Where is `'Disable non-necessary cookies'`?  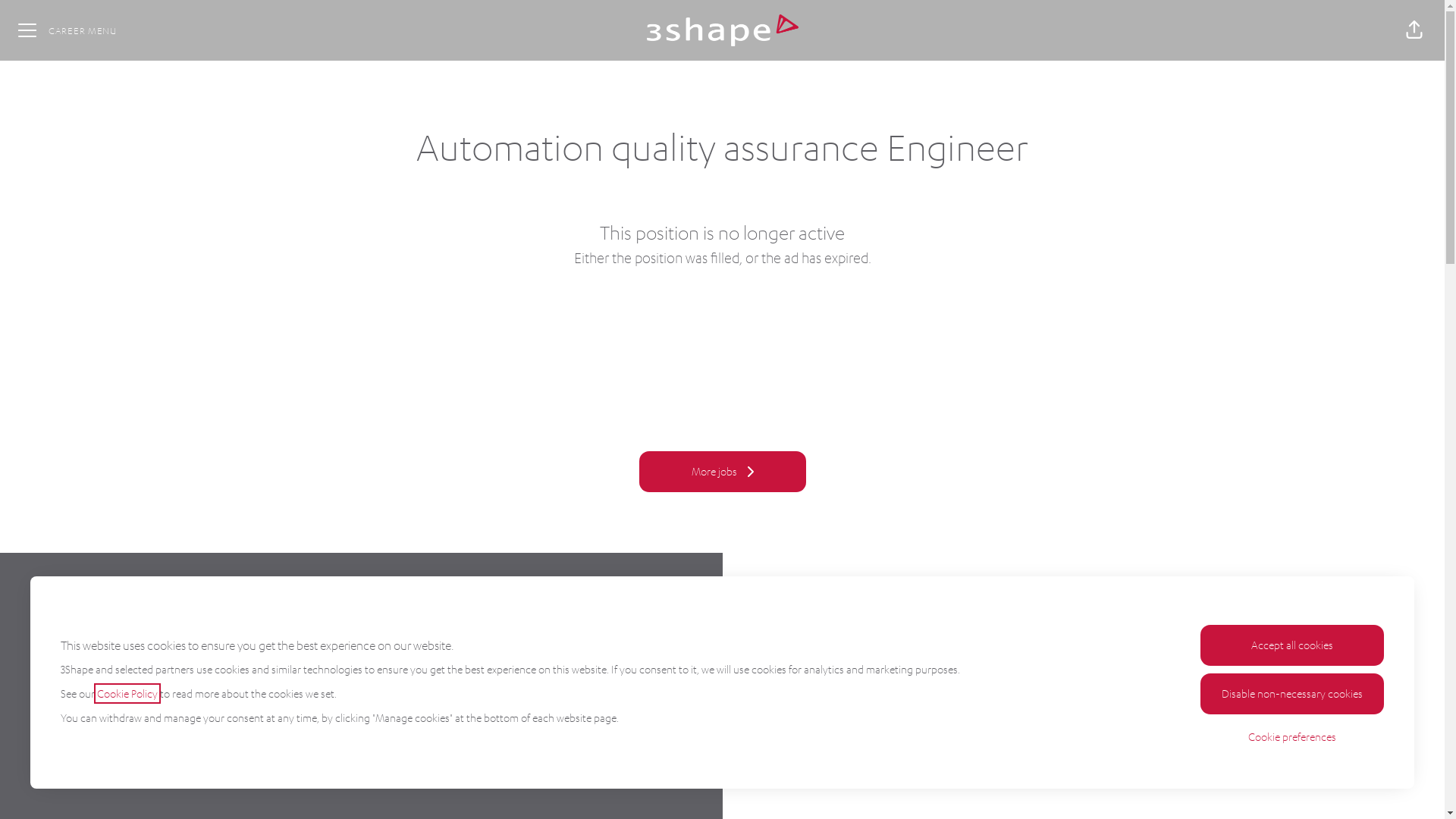
'Disable non-necessary cookies' is located at coordinates (1200, 693).